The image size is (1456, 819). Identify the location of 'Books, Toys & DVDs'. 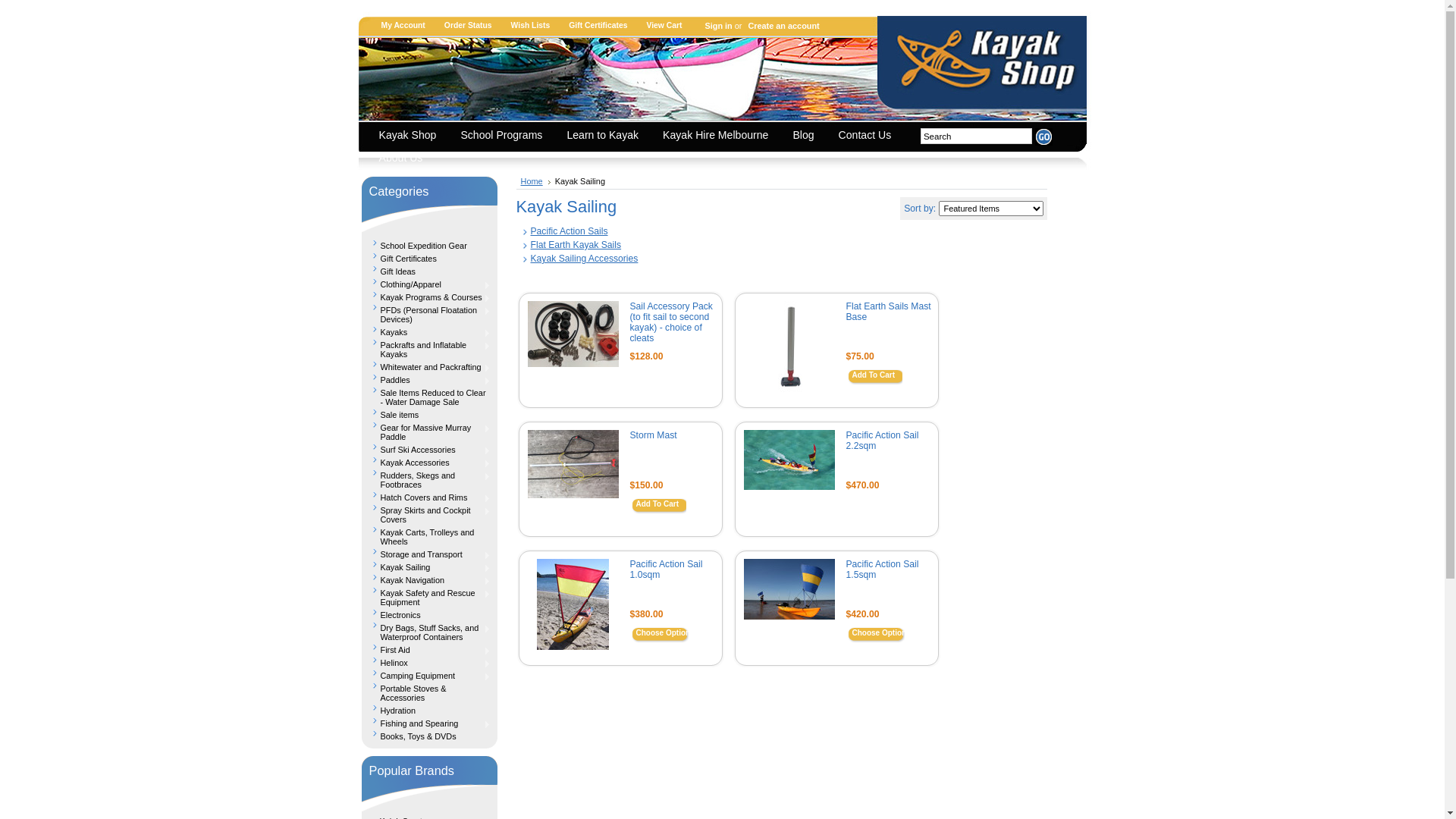
(428, 733).